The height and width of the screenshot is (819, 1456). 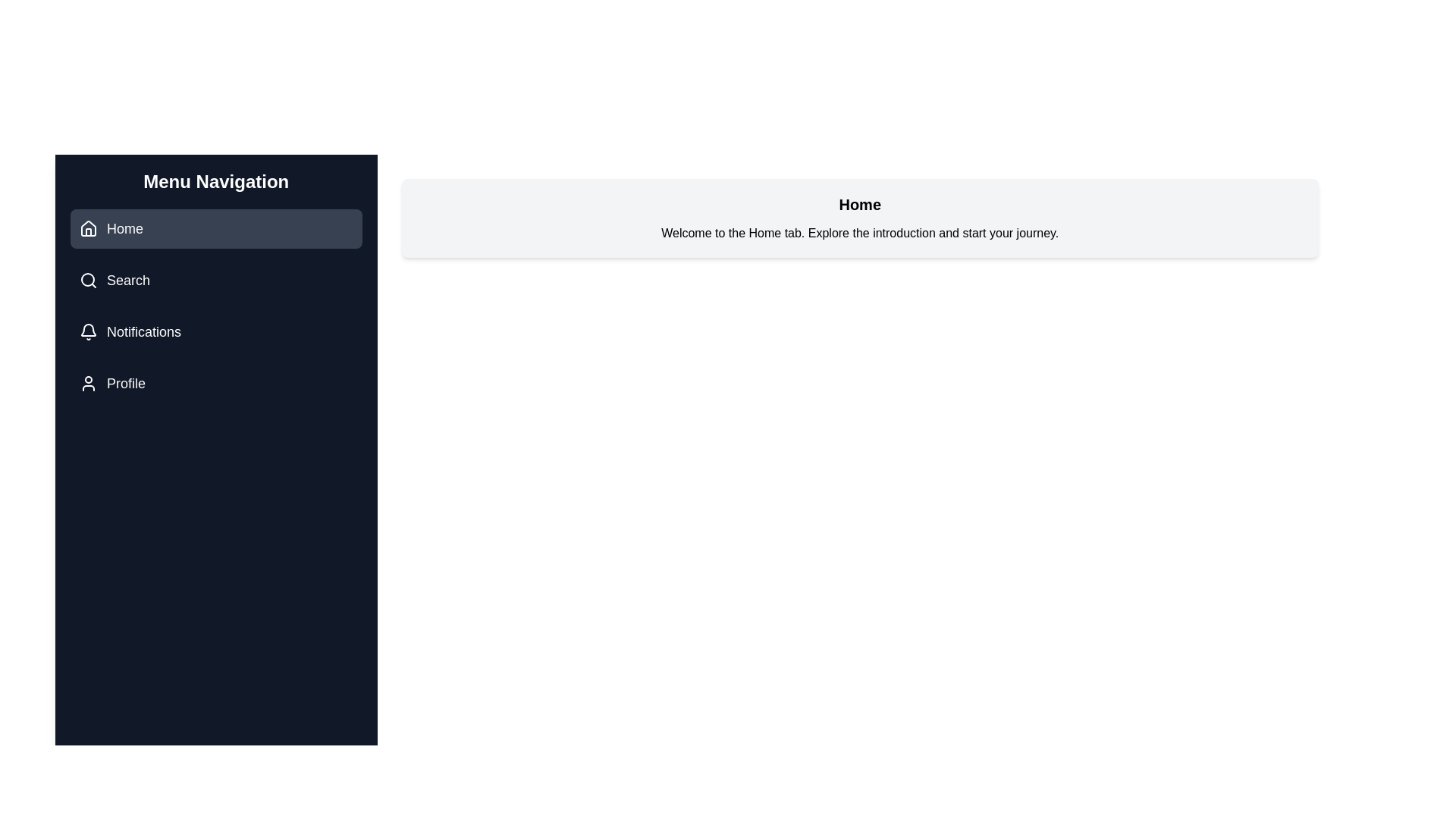 What do you see at coordinates (215, 281) in the screenshot?
I see `the tab labeled Search to view its content` at bounding box center [215, 281].